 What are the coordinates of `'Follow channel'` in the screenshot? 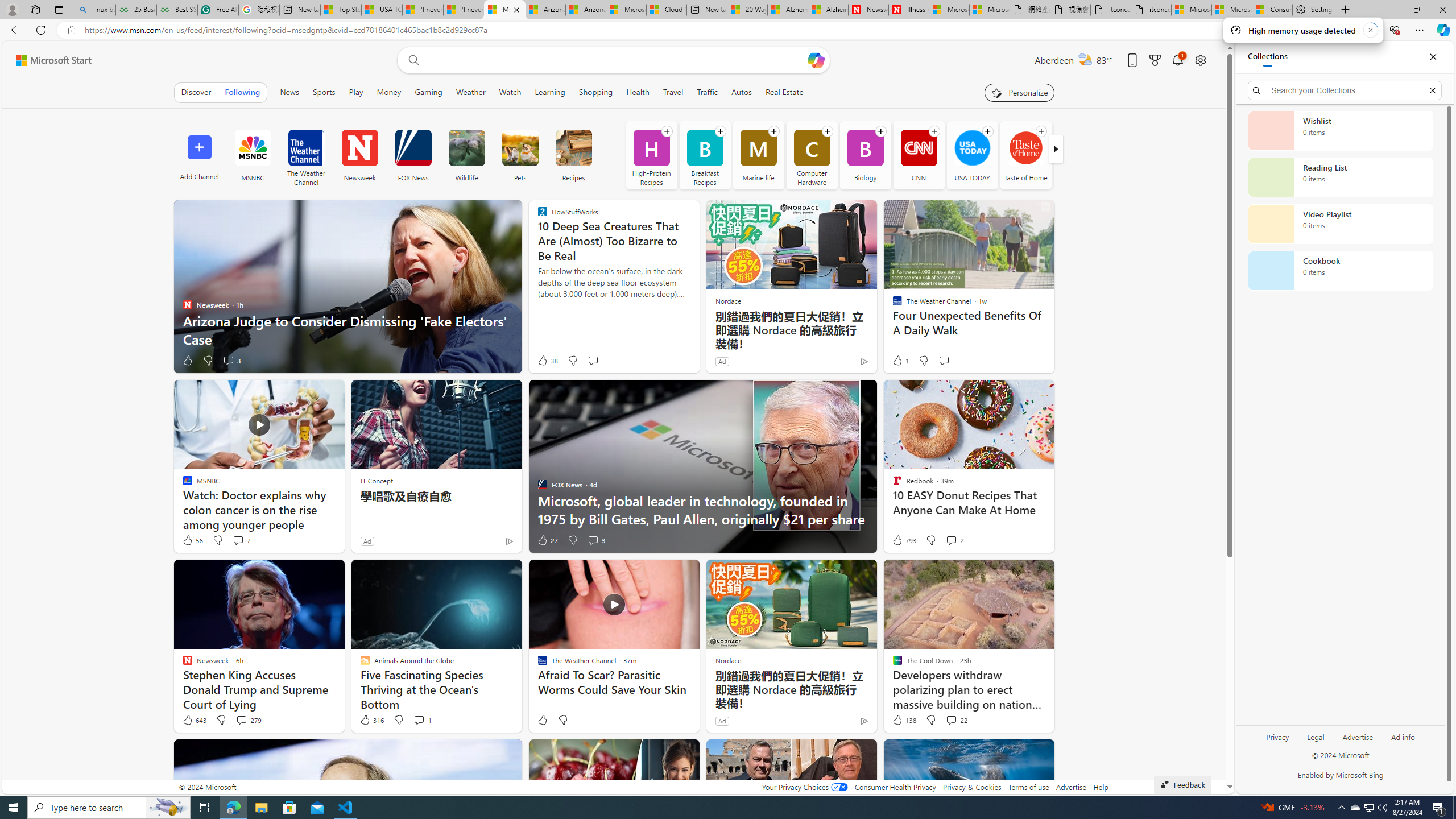 It's located at (1041, 130).